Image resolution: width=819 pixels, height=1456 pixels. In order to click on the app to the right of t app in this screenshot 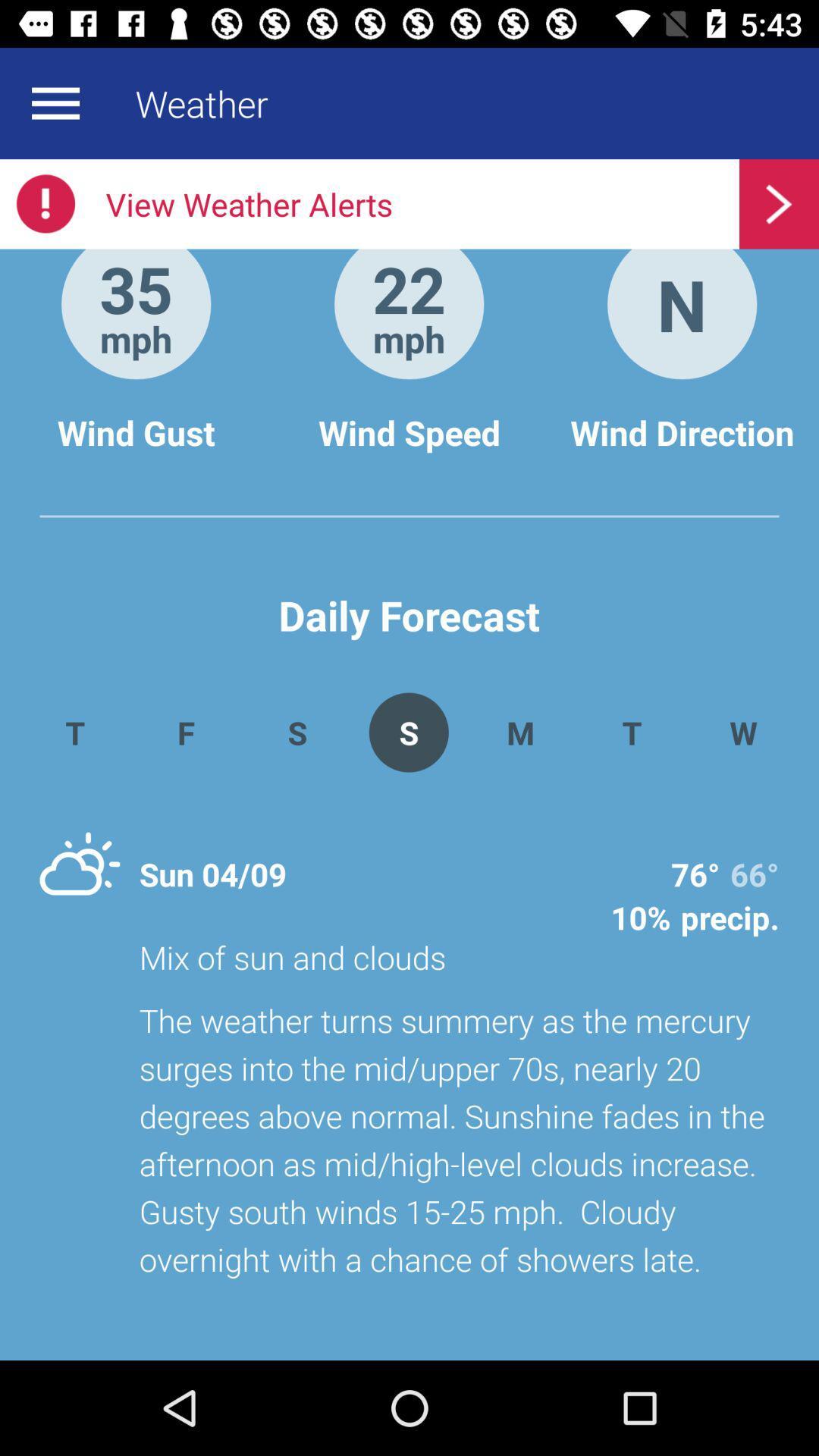, I will do `click(742, 732)`.